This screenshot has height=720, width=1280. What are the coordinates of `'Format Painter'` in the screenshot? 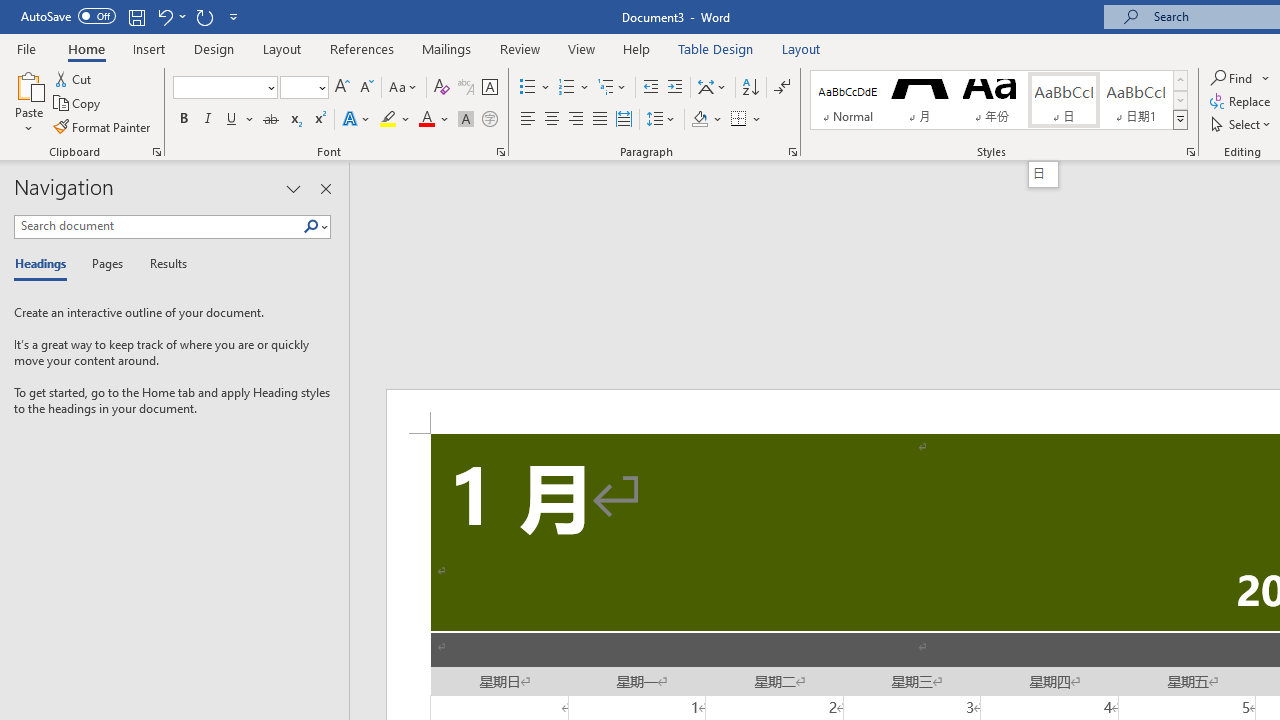 It's located at (102, 127).